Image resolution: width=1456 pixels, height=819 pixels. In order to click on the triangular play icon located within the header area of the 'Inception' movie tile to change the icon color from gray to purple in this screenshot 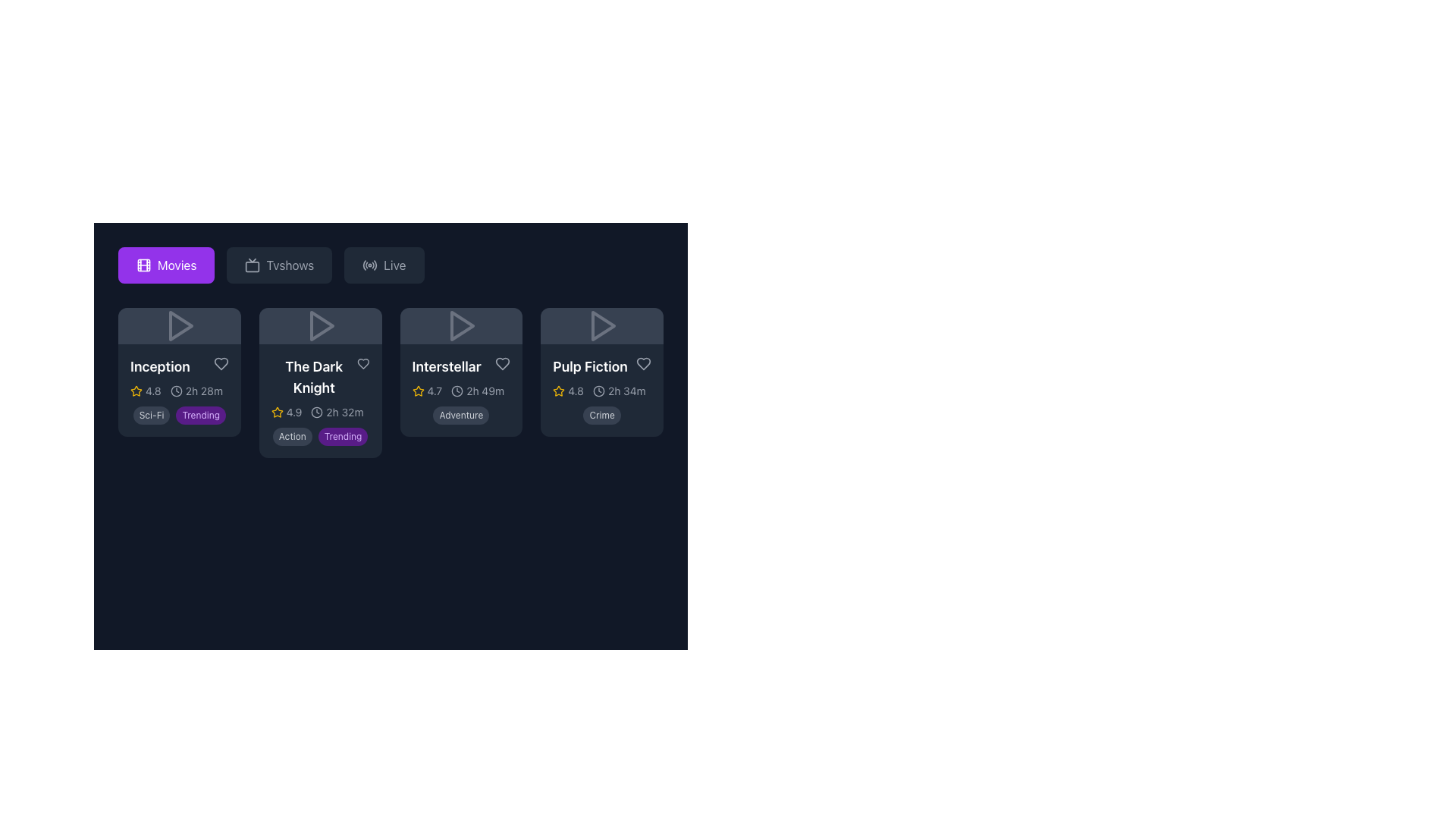, I will do `click(180, 325)`.